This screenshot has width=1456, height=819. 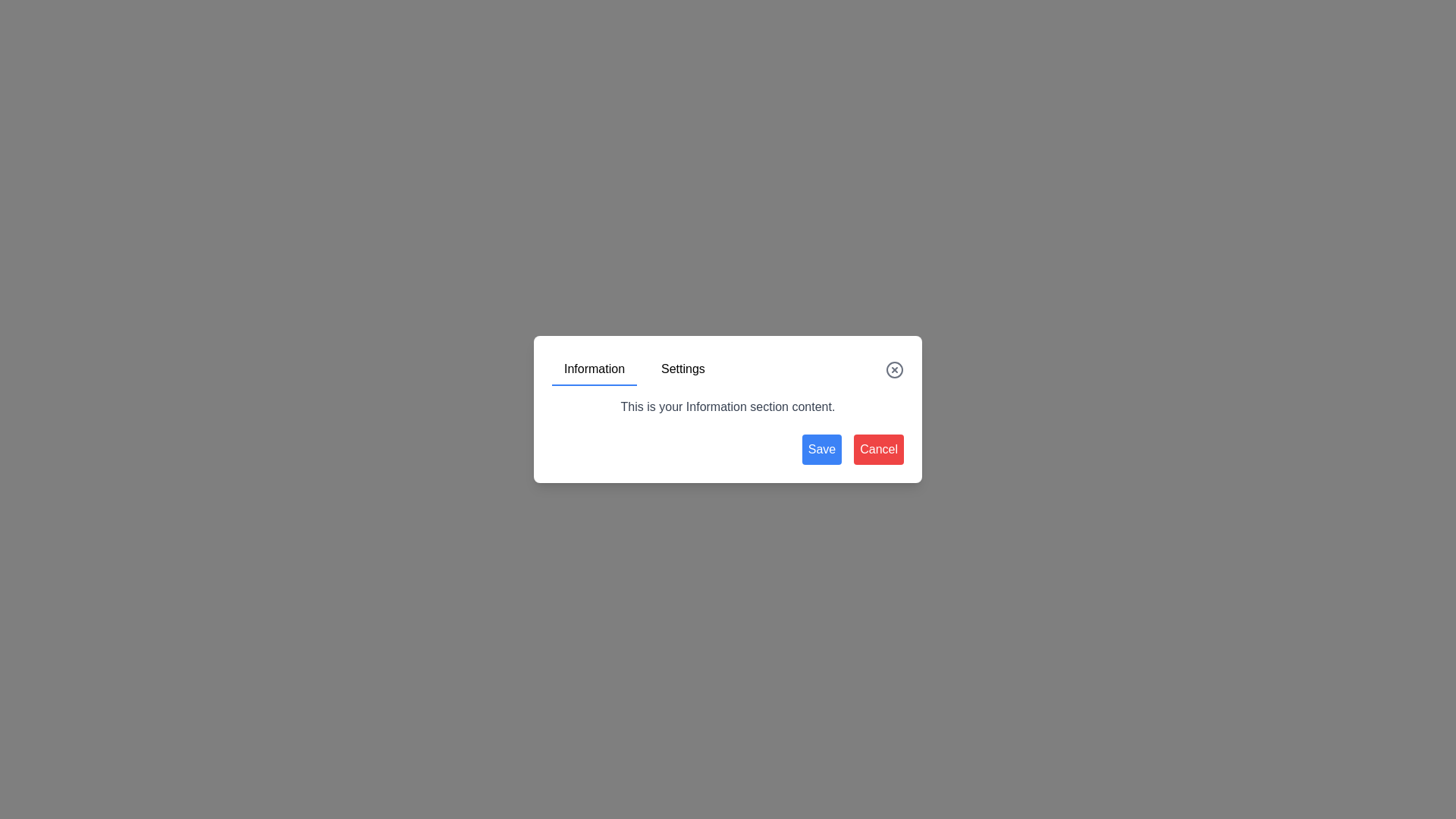 What do you see at coordinates (895, 370) in the screenshot?
I see `the close button located in the top-right corner of the modal dialog` at bounding box center [895, 370].